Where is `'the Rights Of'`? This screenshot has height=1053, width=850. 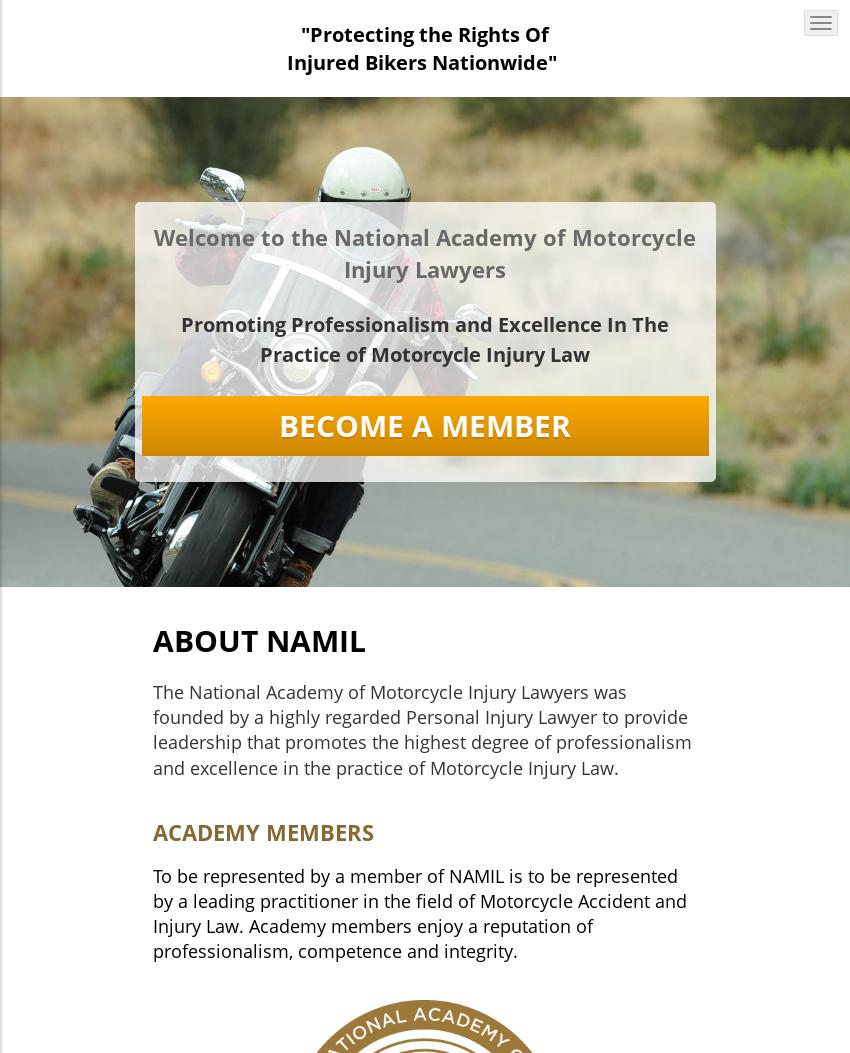 'the Rights Of' is located at coordinates (418, 34).